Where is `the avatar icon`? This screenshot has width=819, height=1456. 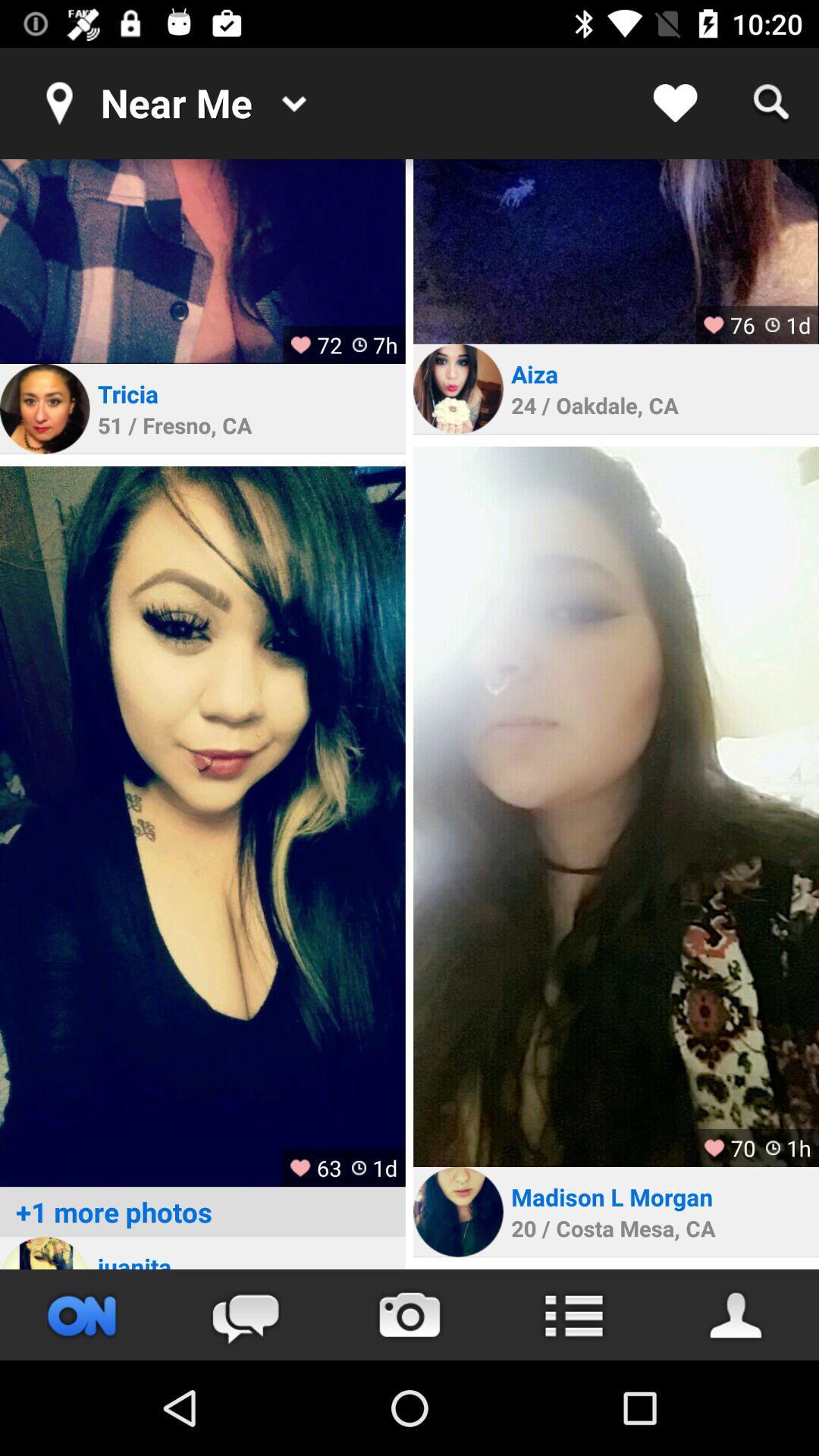 the avatar icon is located at coordinates (736, 1314).